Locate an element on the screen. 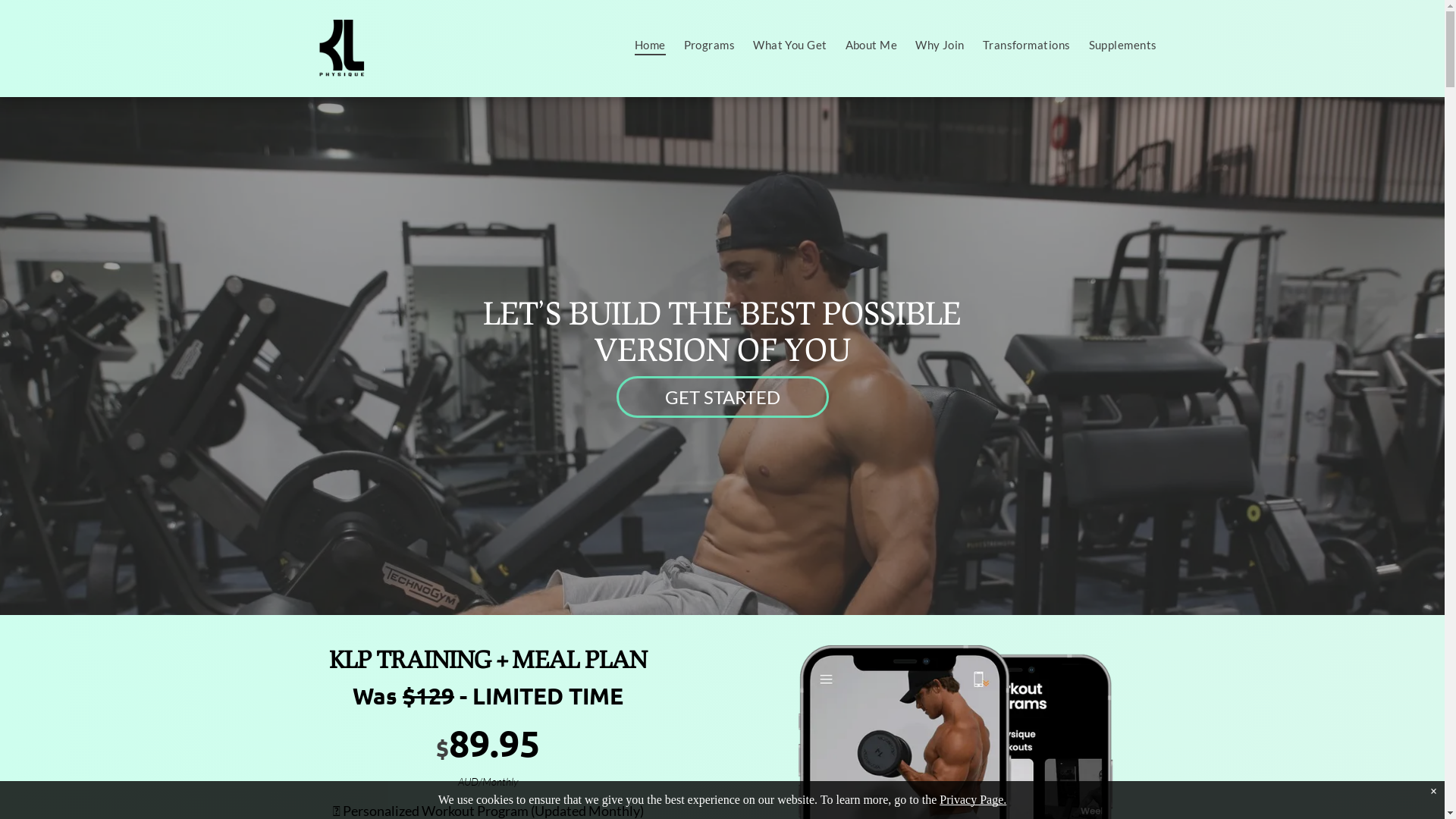 The height and width of the screenshot is (819, 1456). 'Programs' is located at coordinates (709, 43).